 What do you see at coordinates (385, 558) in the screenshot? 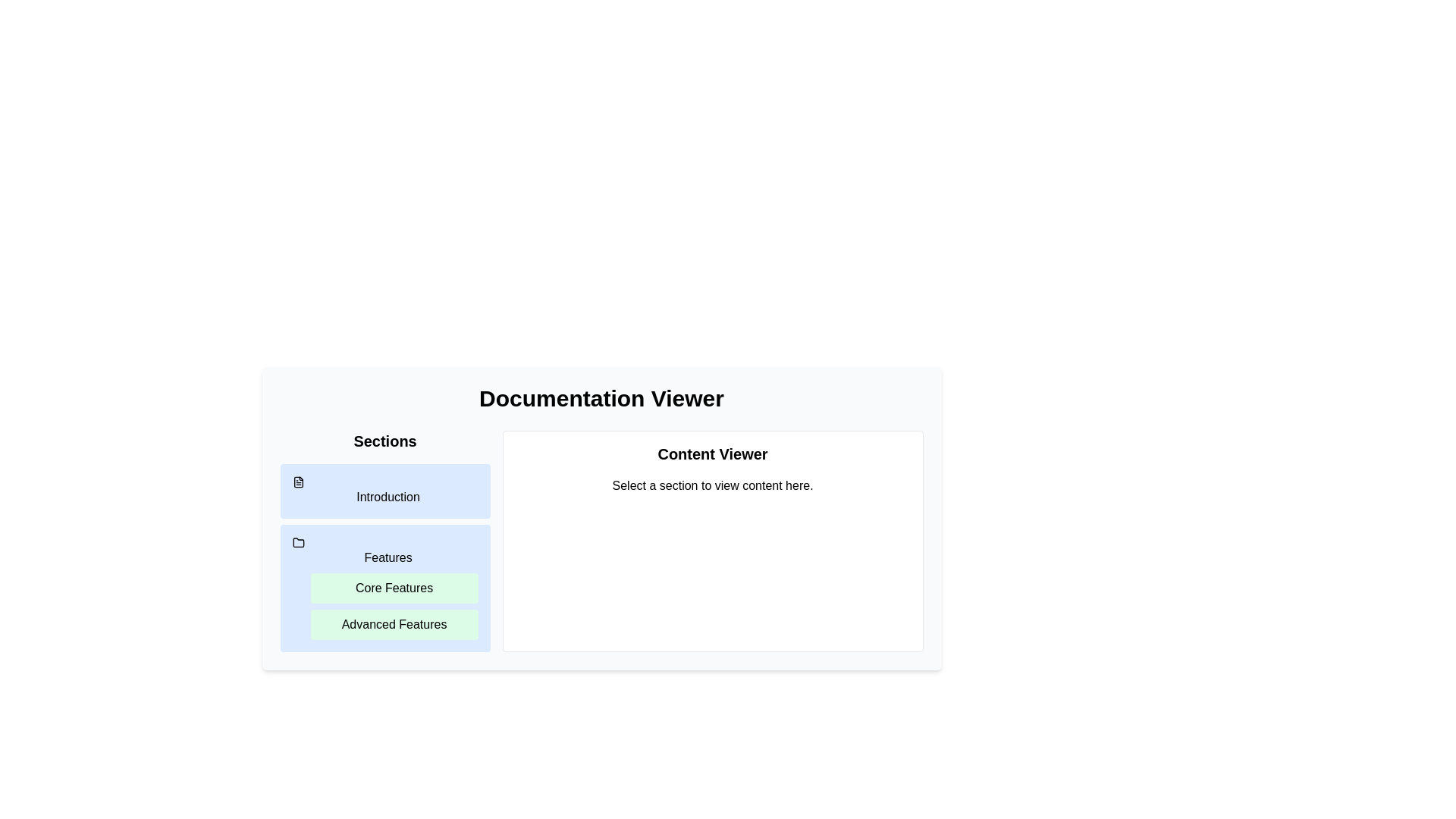
I see `the second menu item in the sidebar navigation, which is positioned below 'Introduction' and above 'Core Features'` at bounding box center [385, 558].